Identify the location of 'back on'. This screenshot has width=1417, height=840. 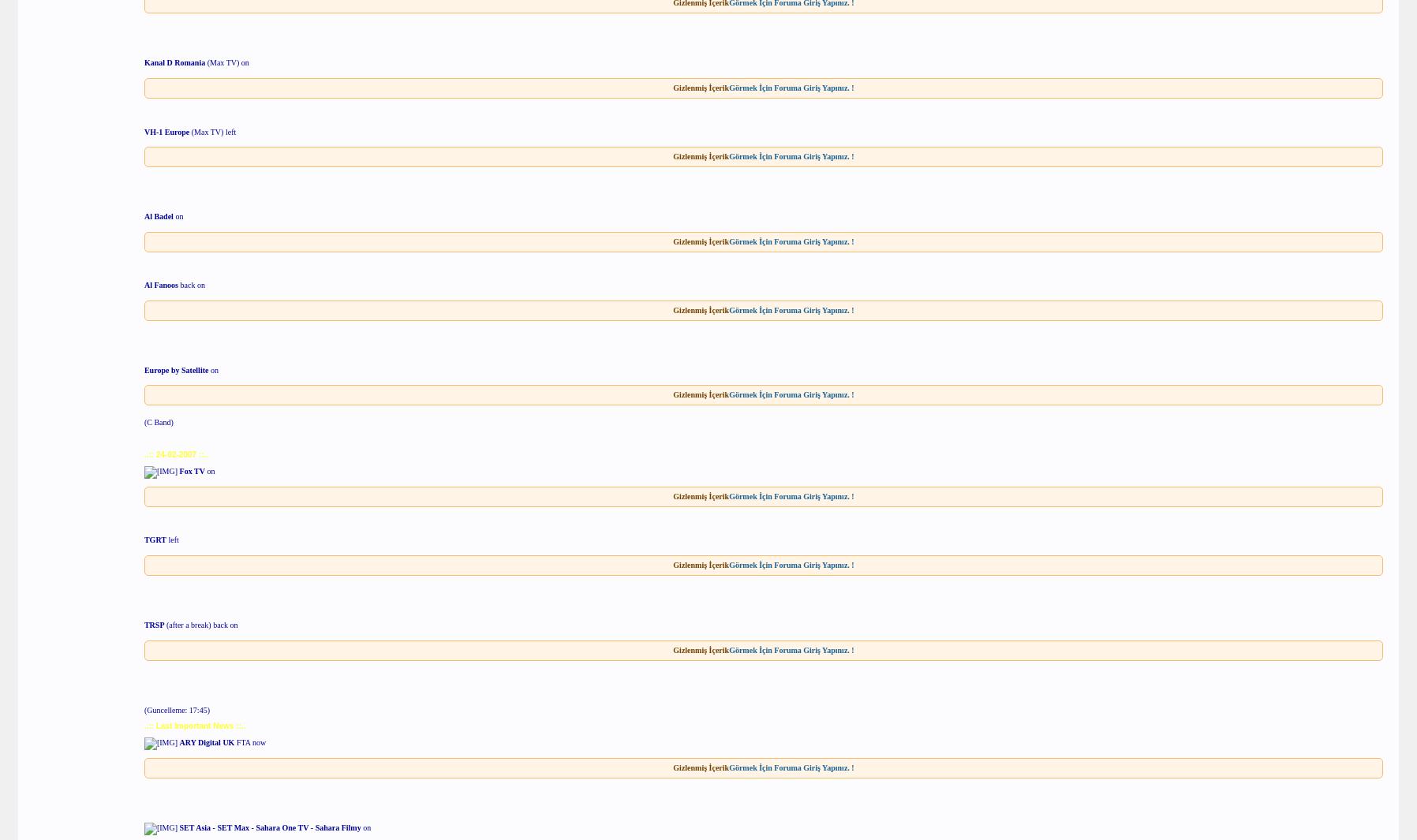
(177, 284).